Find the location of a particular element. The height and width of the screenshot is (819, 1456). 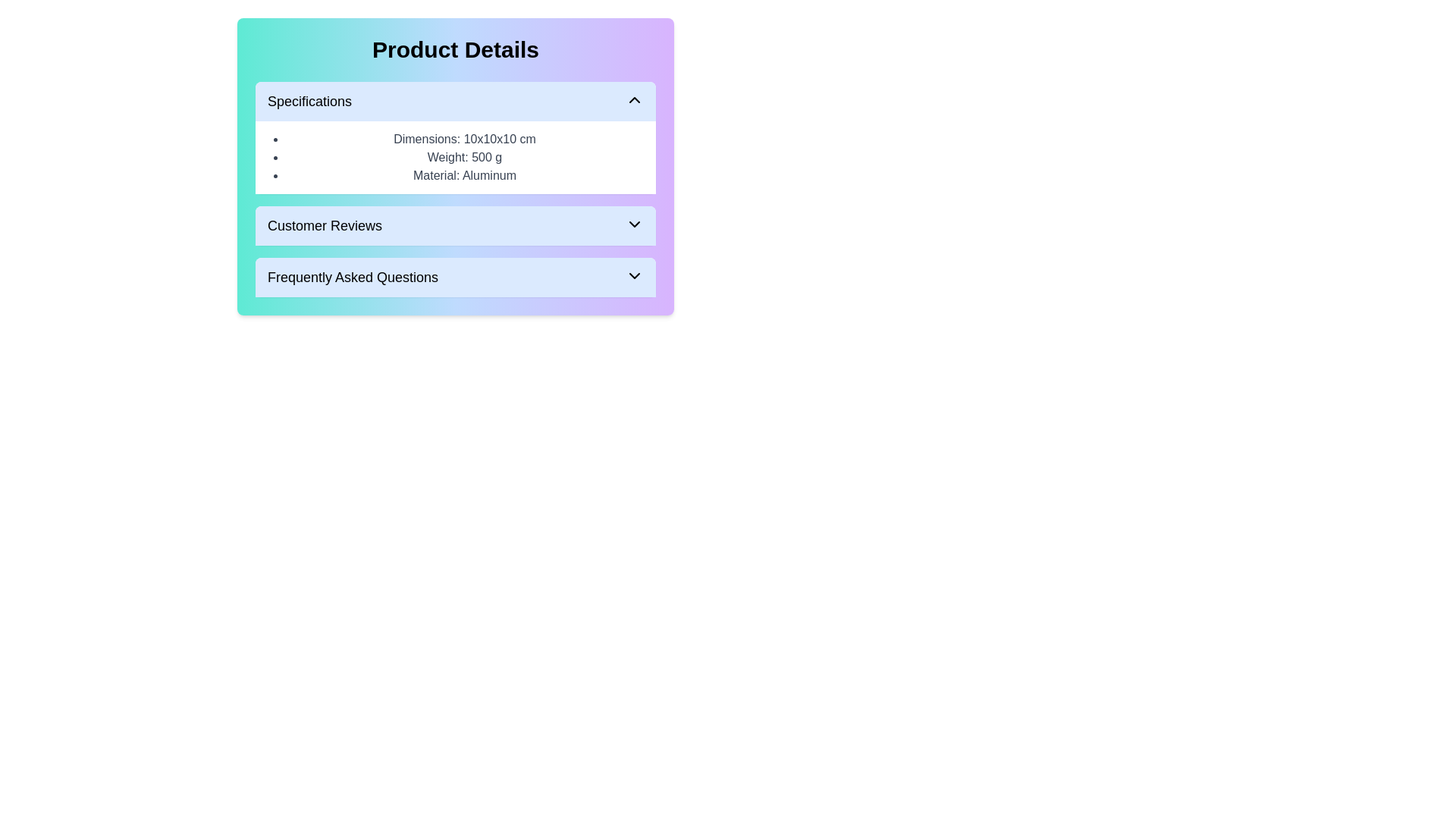

the downward-pointing chevron icon located at the far right within the 'Frequently Asked Questions' section header is located at coordinates (634, 275).